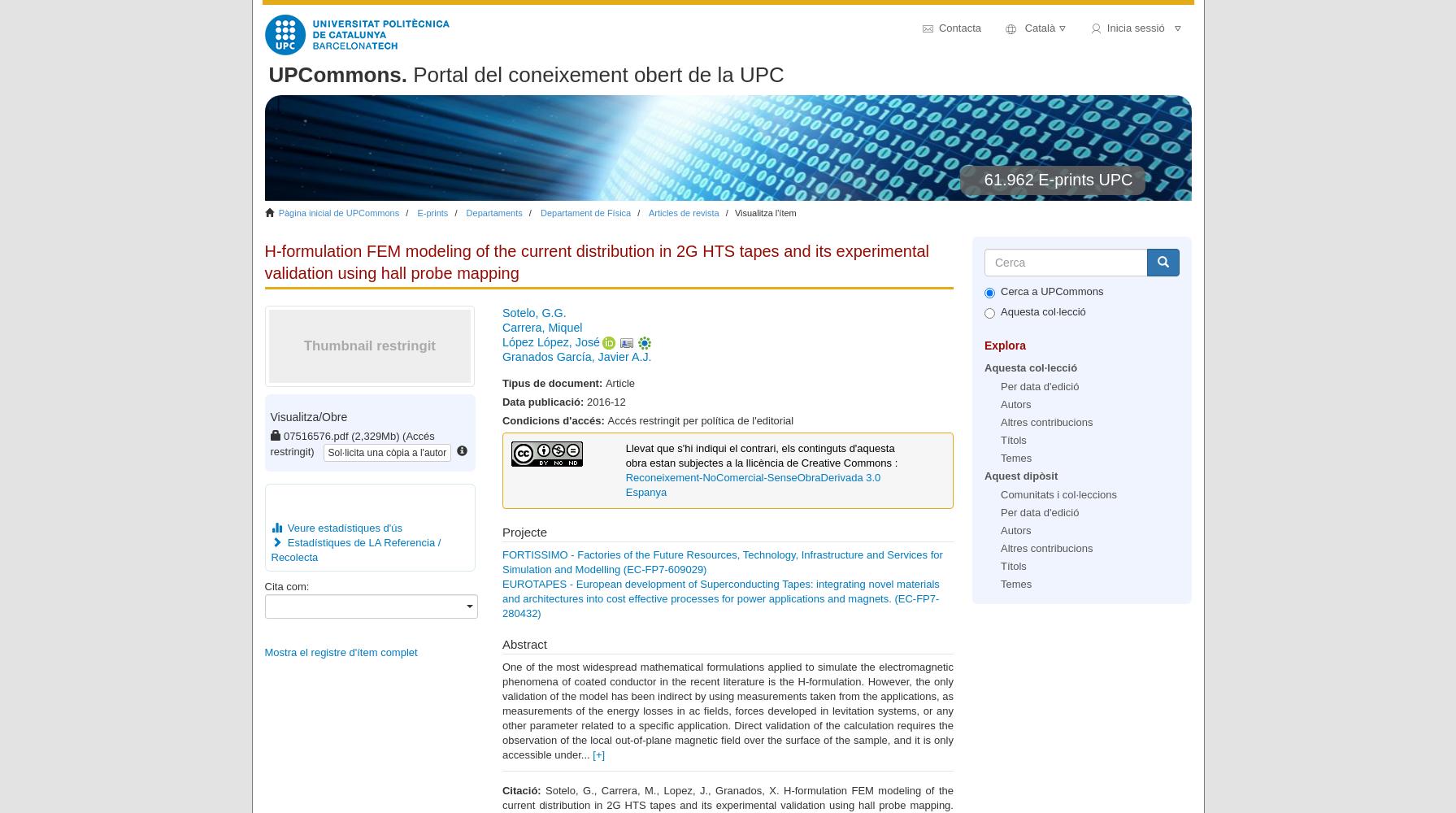 This screenshot has width=1456, height=813. Describe the element at coordinates (1138, 28) in the screenshot. I see `'Inicia sessió'` at that location.